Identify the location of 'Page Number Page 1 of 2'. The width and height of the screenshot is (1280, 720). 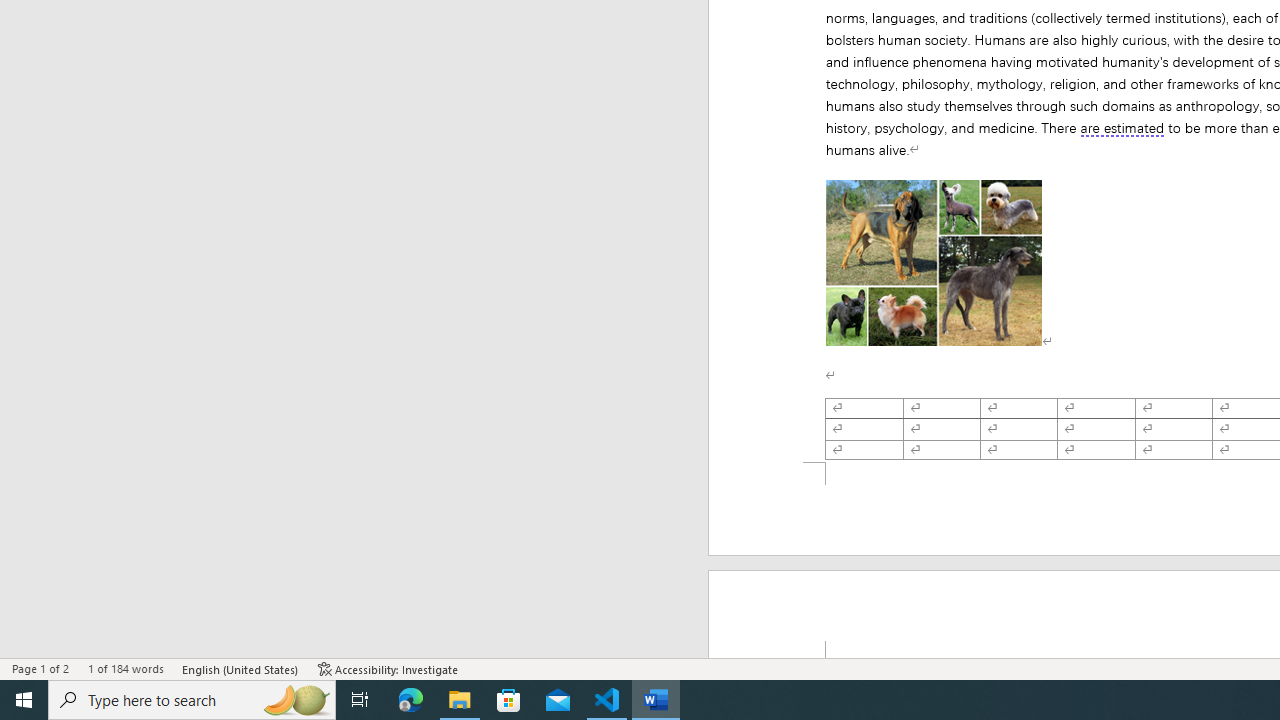
(40, 669).